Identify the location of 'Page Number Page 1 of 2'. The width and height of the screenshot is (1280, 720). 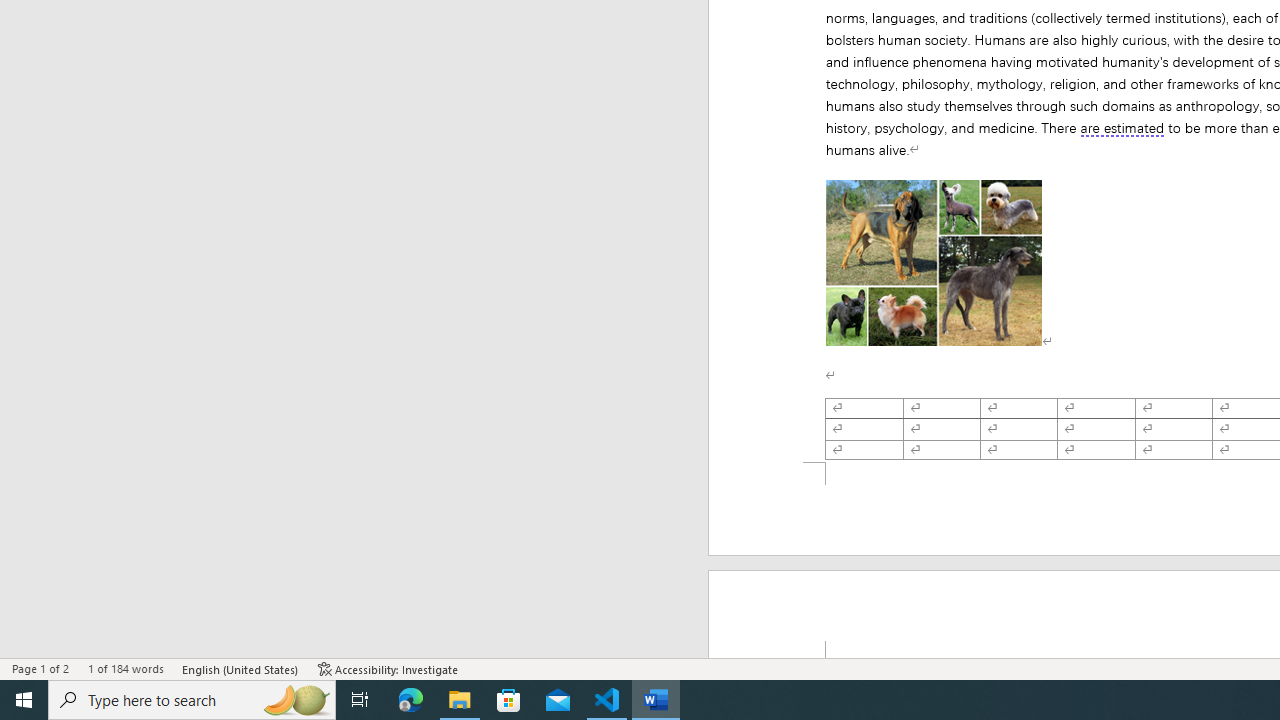
(40, 669).